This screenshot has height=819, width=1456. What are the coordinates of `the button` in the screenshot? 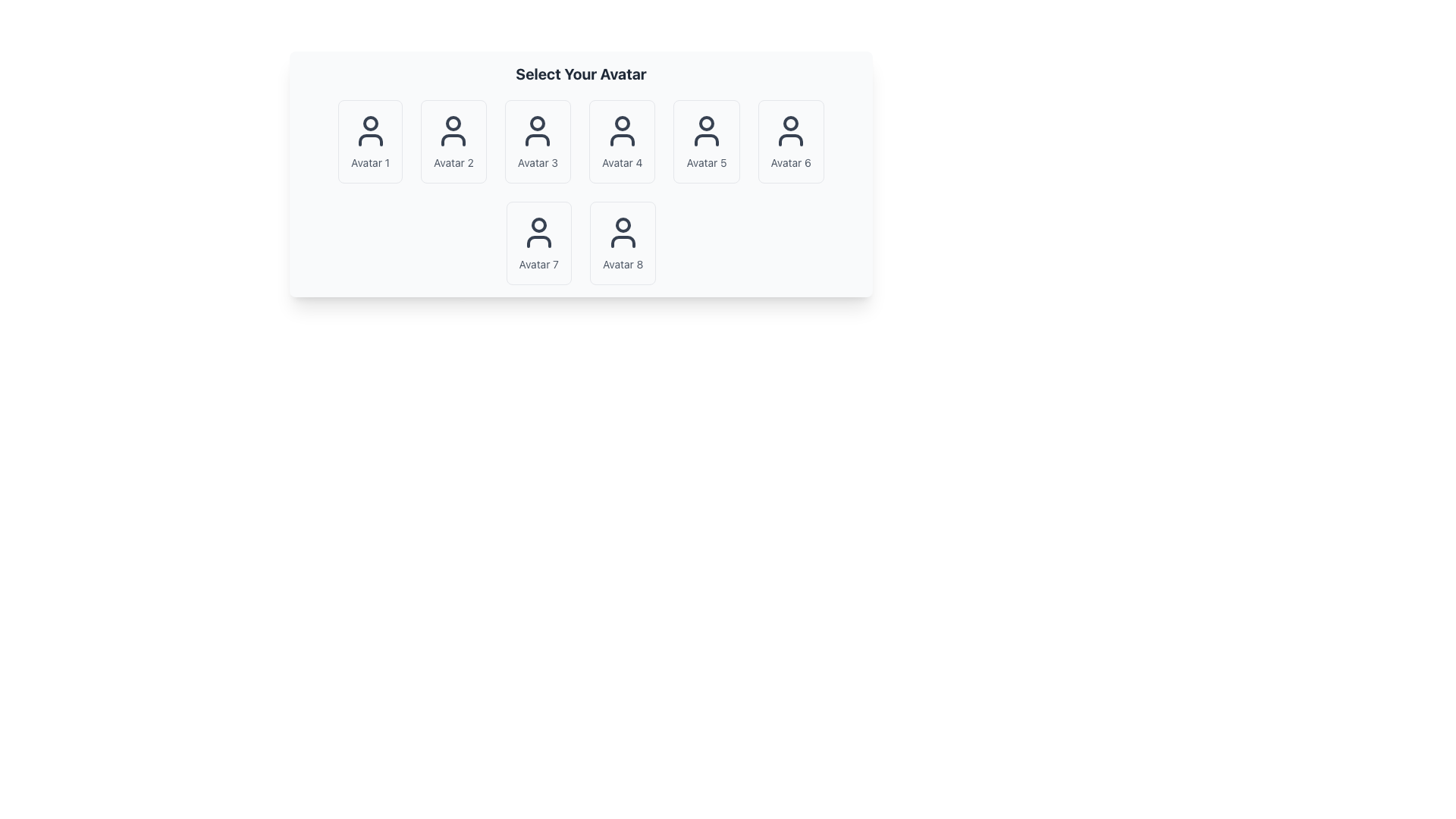 It's located at (453, 141).